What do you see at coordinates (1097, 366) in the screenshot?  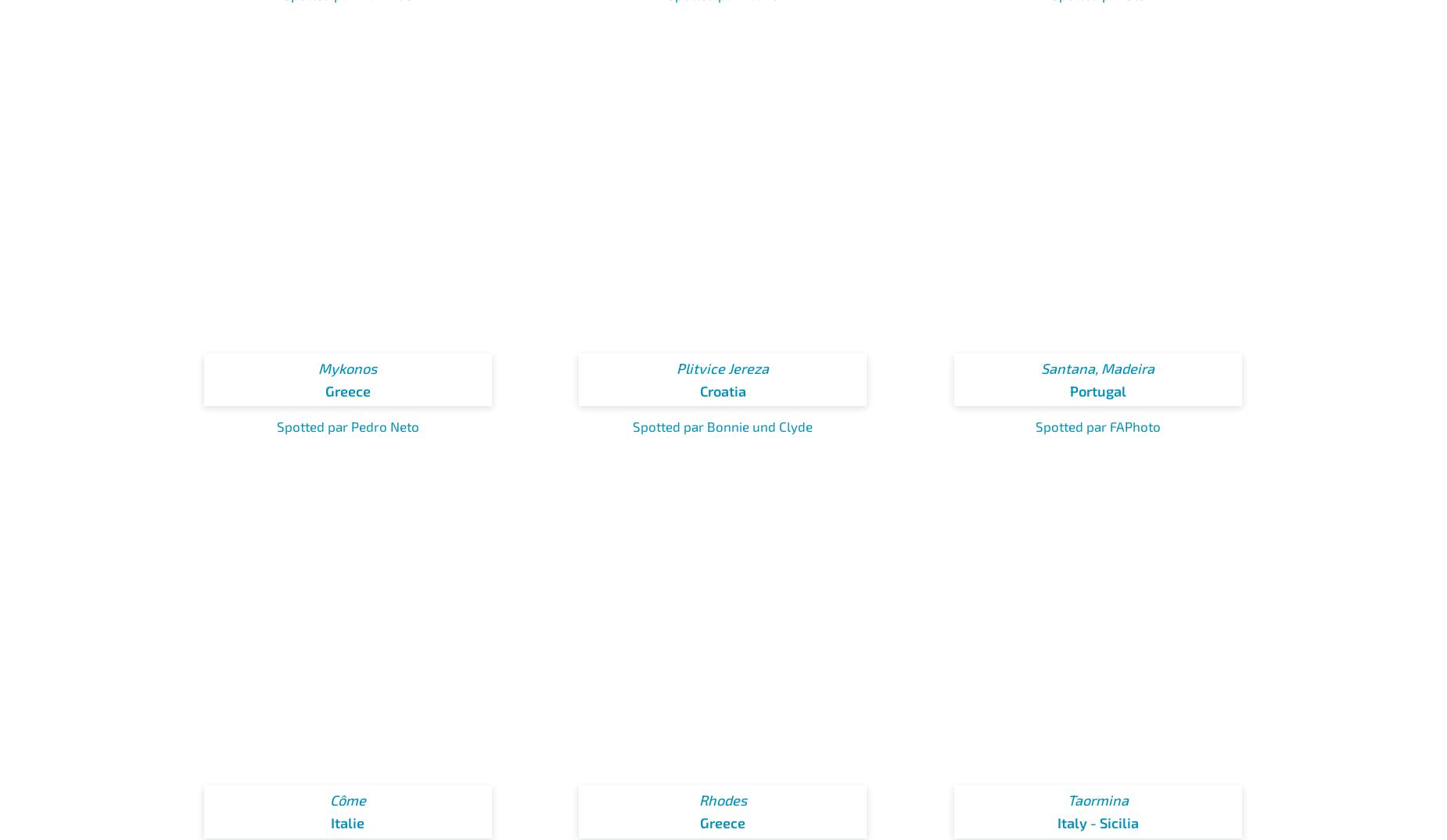 I see `'Santana, Madeira'` at bounding box center [1097, 366].